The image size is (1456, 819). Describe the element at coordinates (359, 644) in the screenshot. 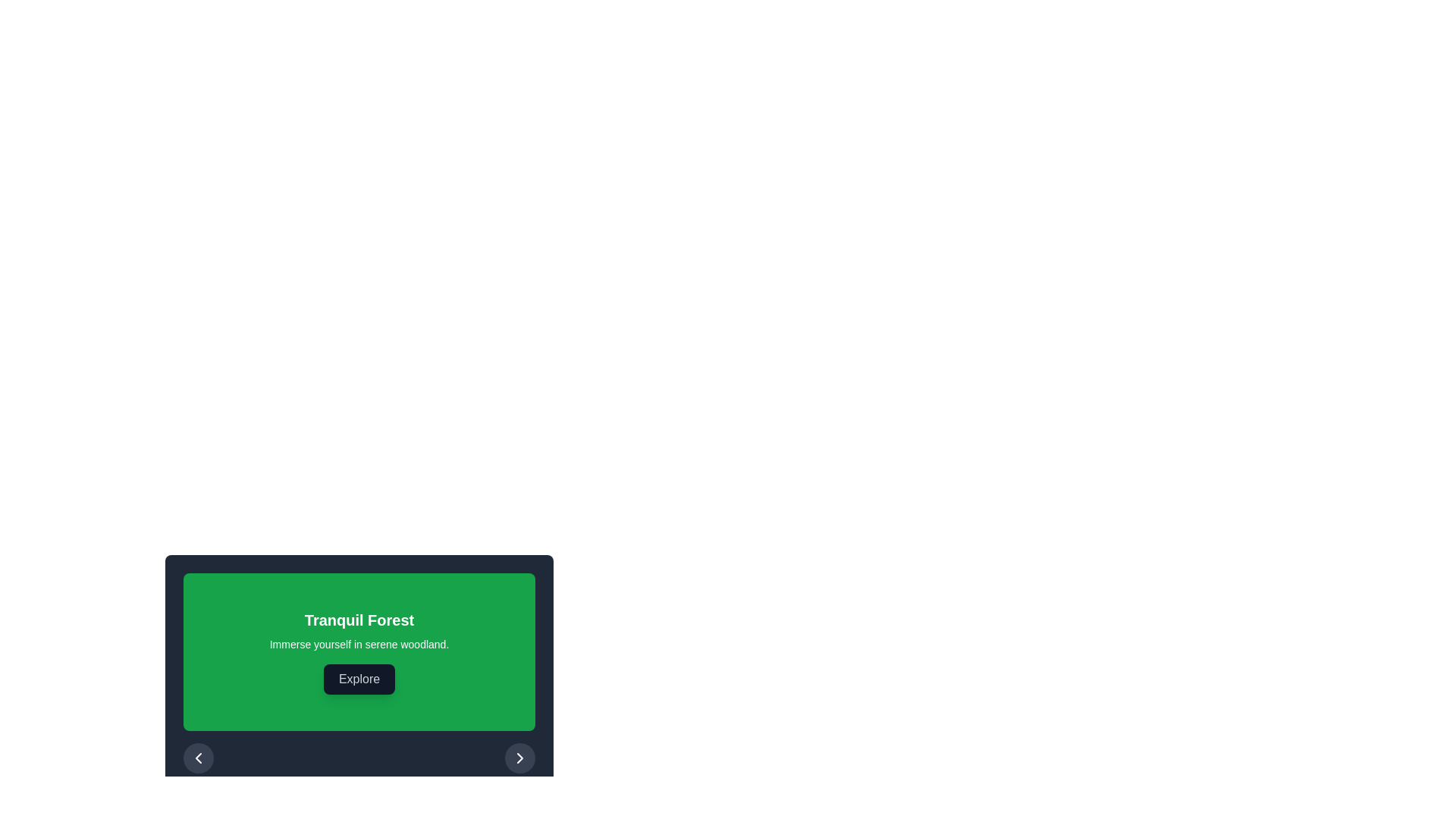

I see `the static text element located beneath the heading 'Tranquil Forest' and above the button labeled 'Explore'` at that location.